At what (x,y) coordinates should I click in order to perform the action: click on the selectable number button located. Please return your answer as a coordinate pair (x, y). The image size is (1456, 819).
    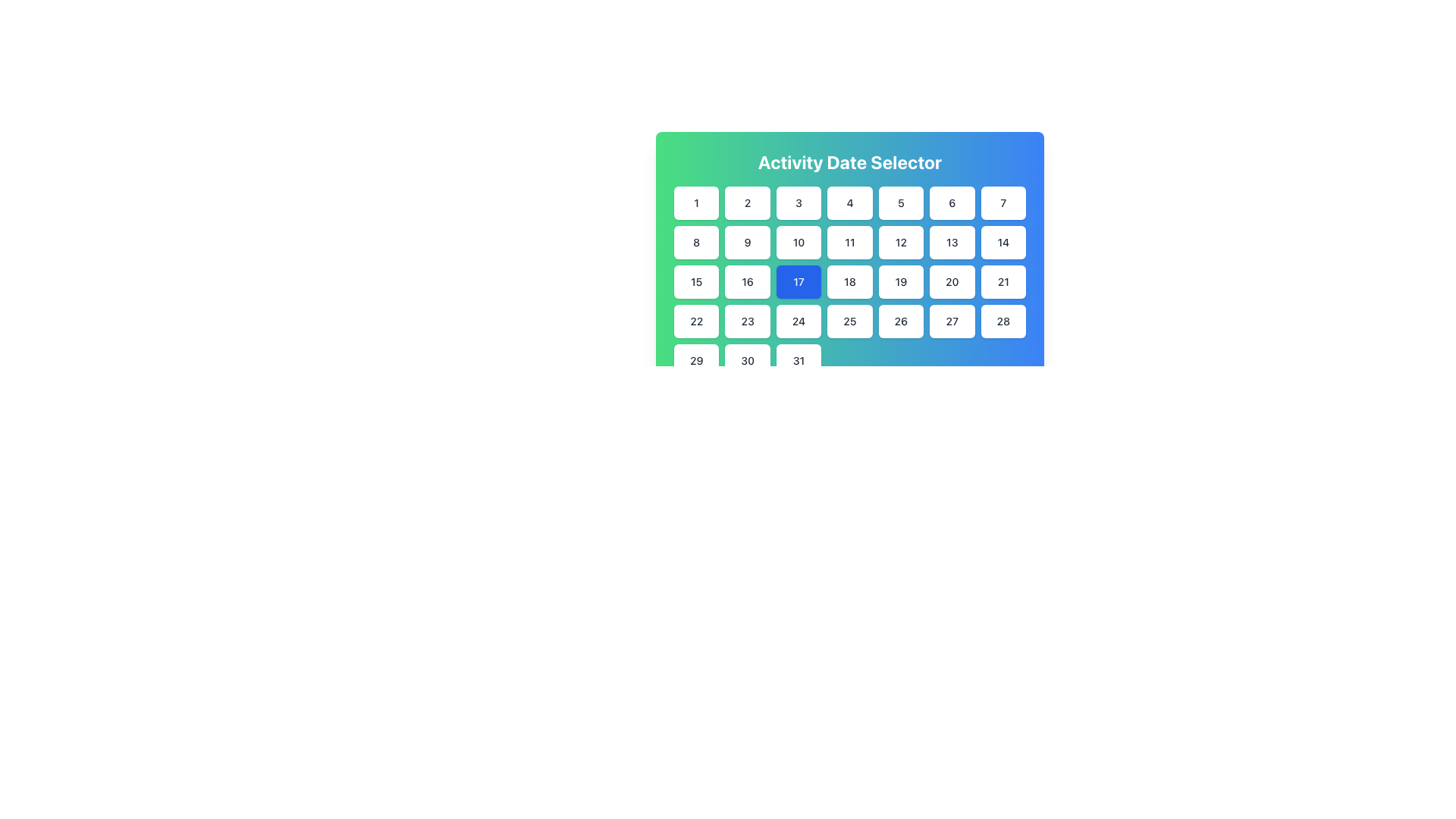
    Looking at the image, I should click on (748, 242).